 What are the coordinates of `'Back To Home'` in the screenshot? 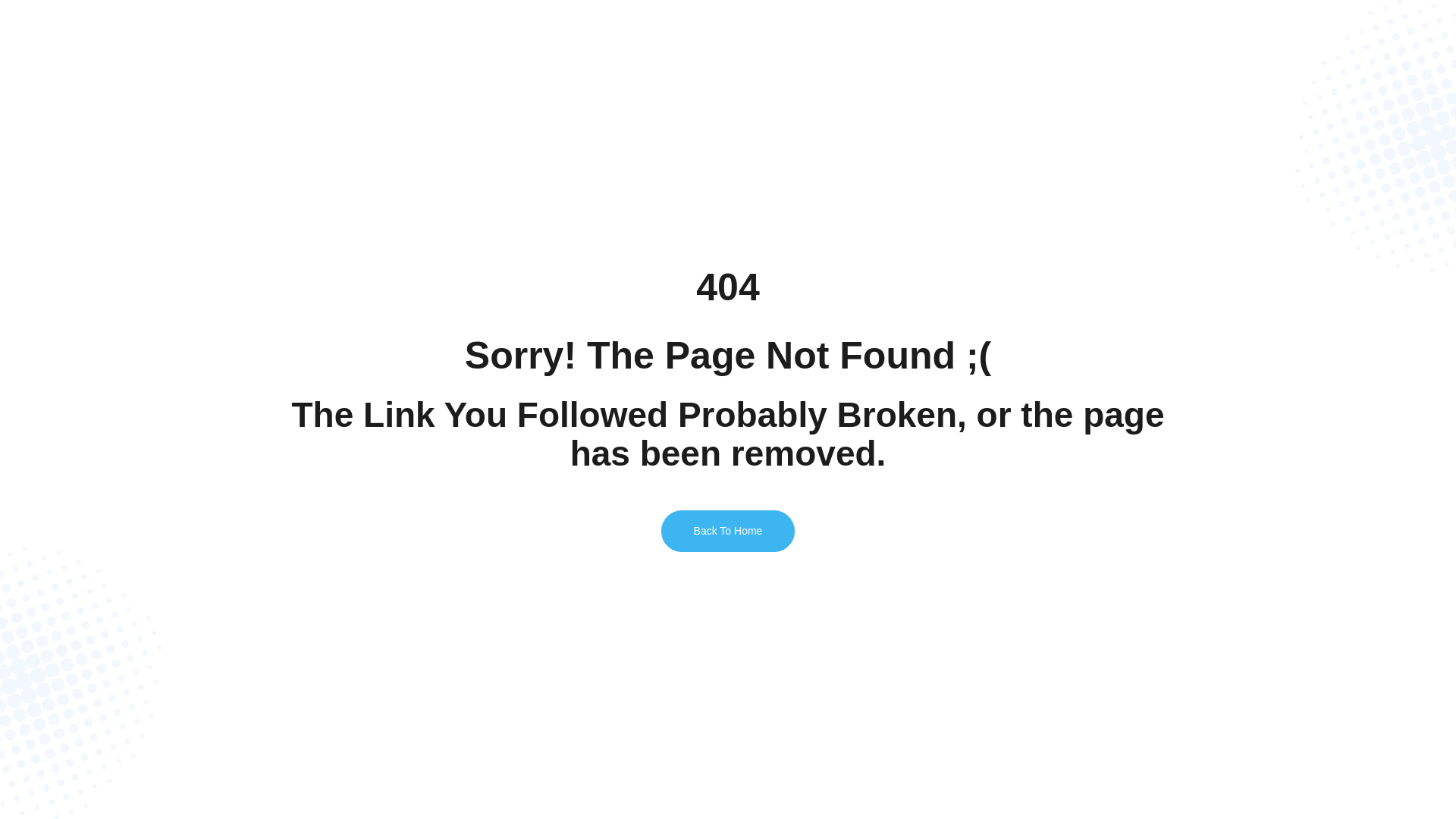 It's located at (728, 530).